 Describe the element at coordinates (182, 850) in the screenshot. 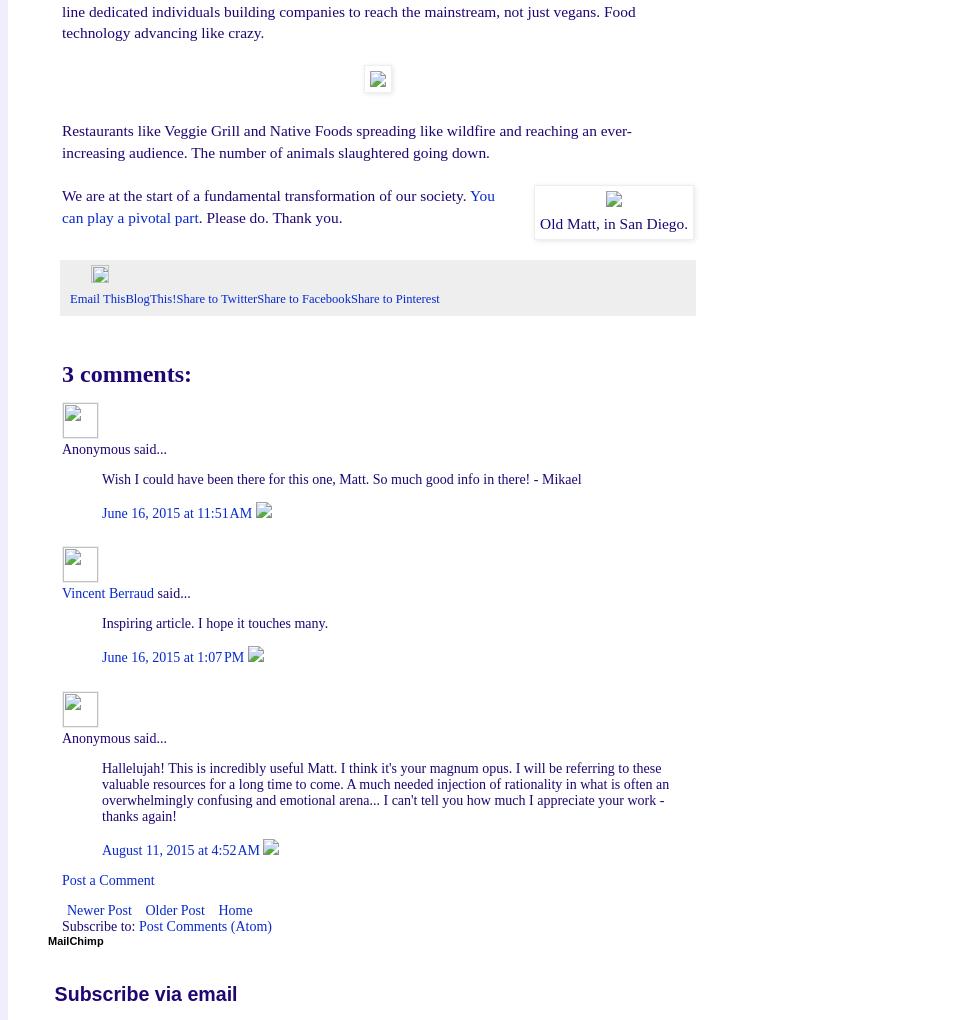

I see `'August 11, 2015 at 4:52 AM'` at that location.